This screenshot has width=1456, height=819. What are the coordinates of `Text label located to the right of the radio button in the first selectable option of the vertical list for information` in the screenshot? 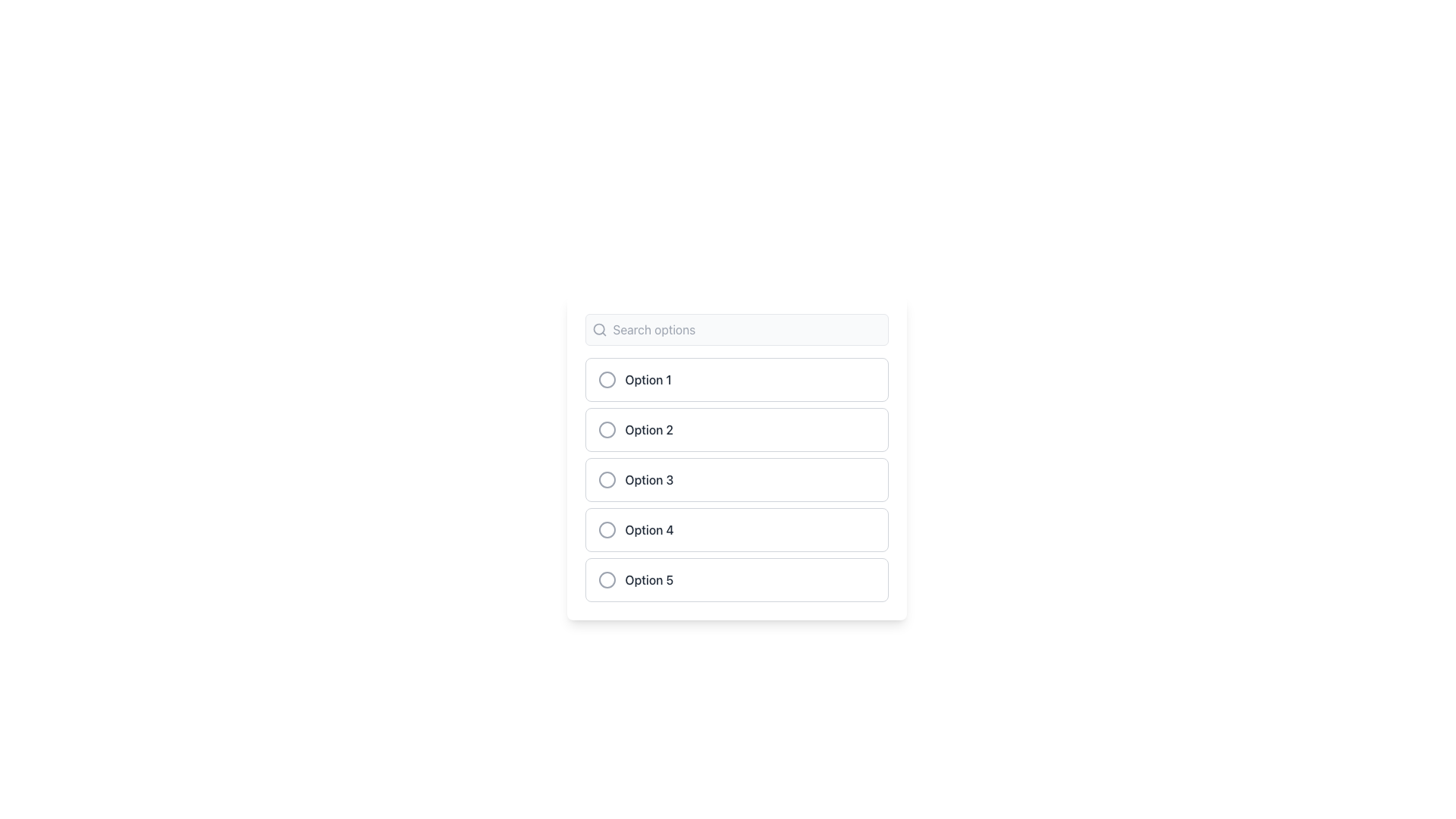 It's located at (648, 379).